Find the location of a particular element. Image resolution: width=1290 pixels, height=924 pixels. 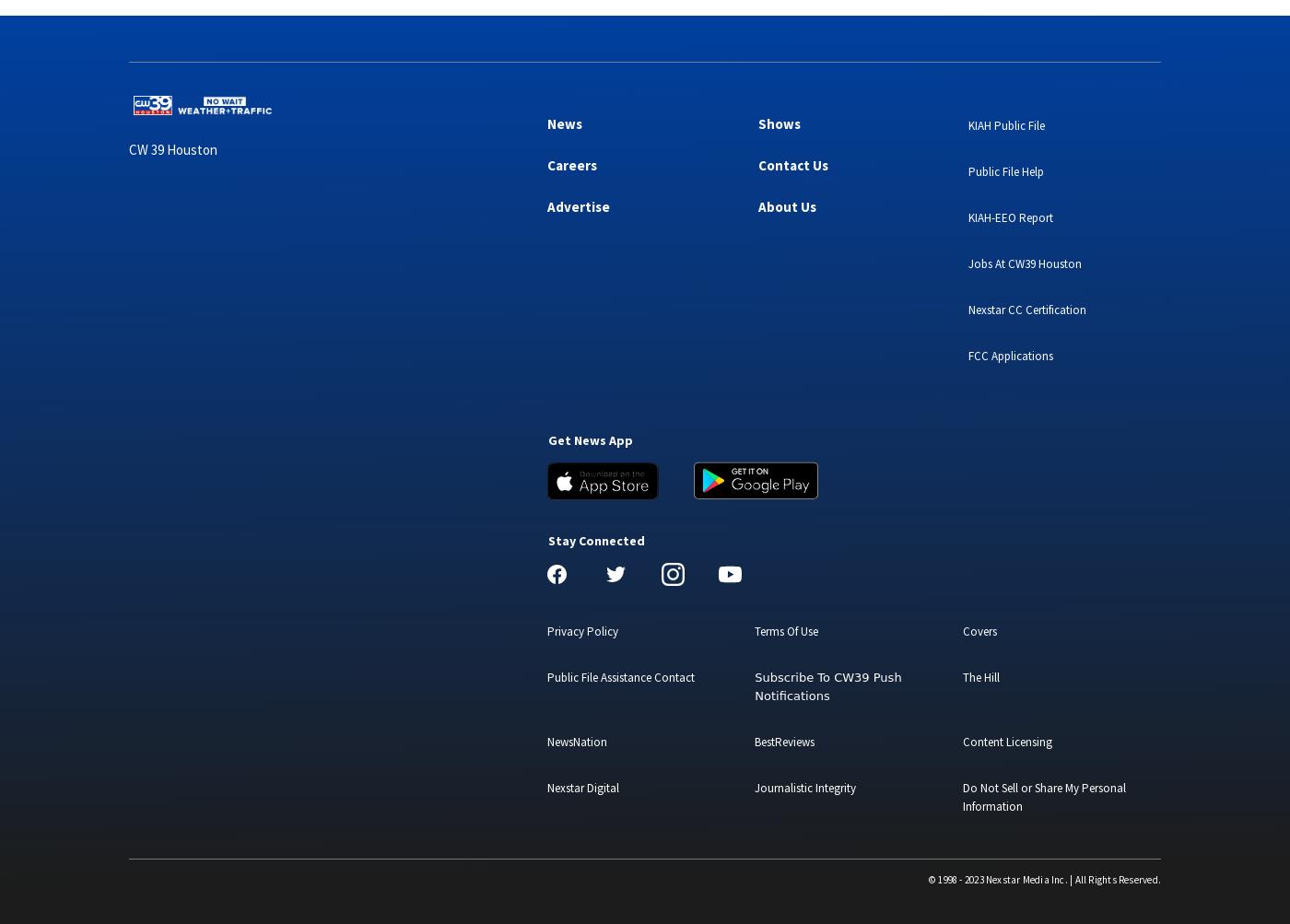

'KIAH-EEO Report' is located at coordinates (1011, 217).